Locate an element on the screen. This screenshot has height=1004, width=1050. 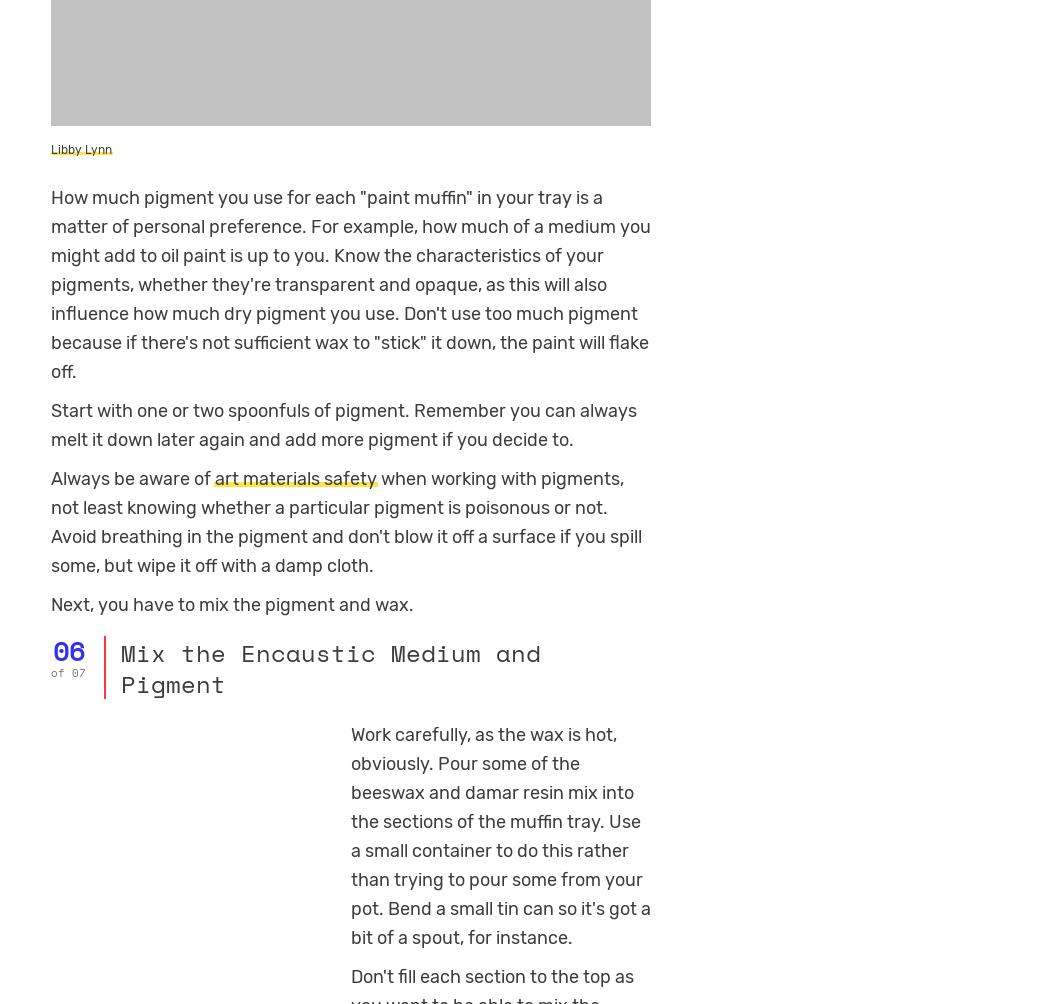
'Work carefully, as the wax is hot, obviously. Pour some of the beeswax and damar resin mix into the sections of the muffin tray. Use a small container to do this rather than trying to pour some from your pot. Bend a small tin can so it's got a bit of a spout, for instance.' is located at coordinates (499, 835).